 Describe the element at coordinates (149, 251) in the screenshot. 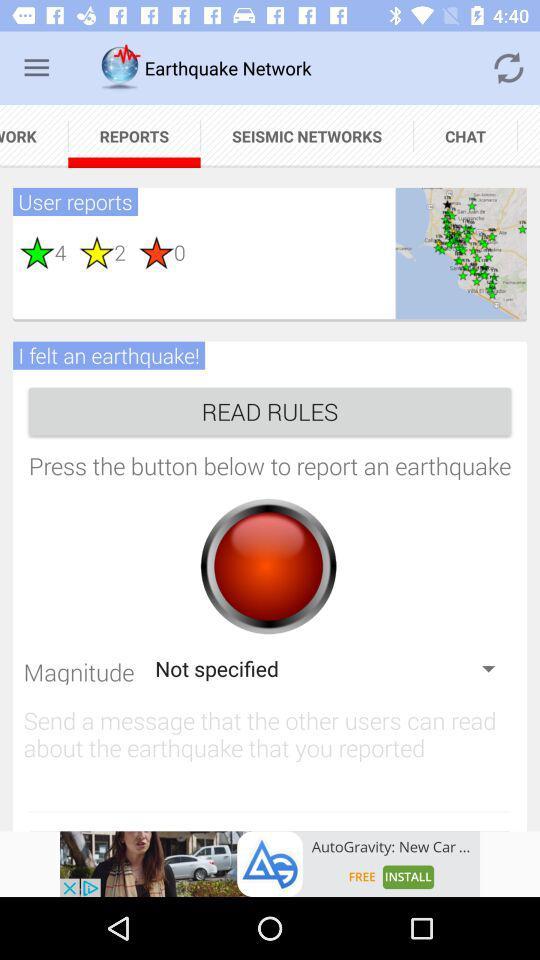

I see `the third star from the user reports` at that location.